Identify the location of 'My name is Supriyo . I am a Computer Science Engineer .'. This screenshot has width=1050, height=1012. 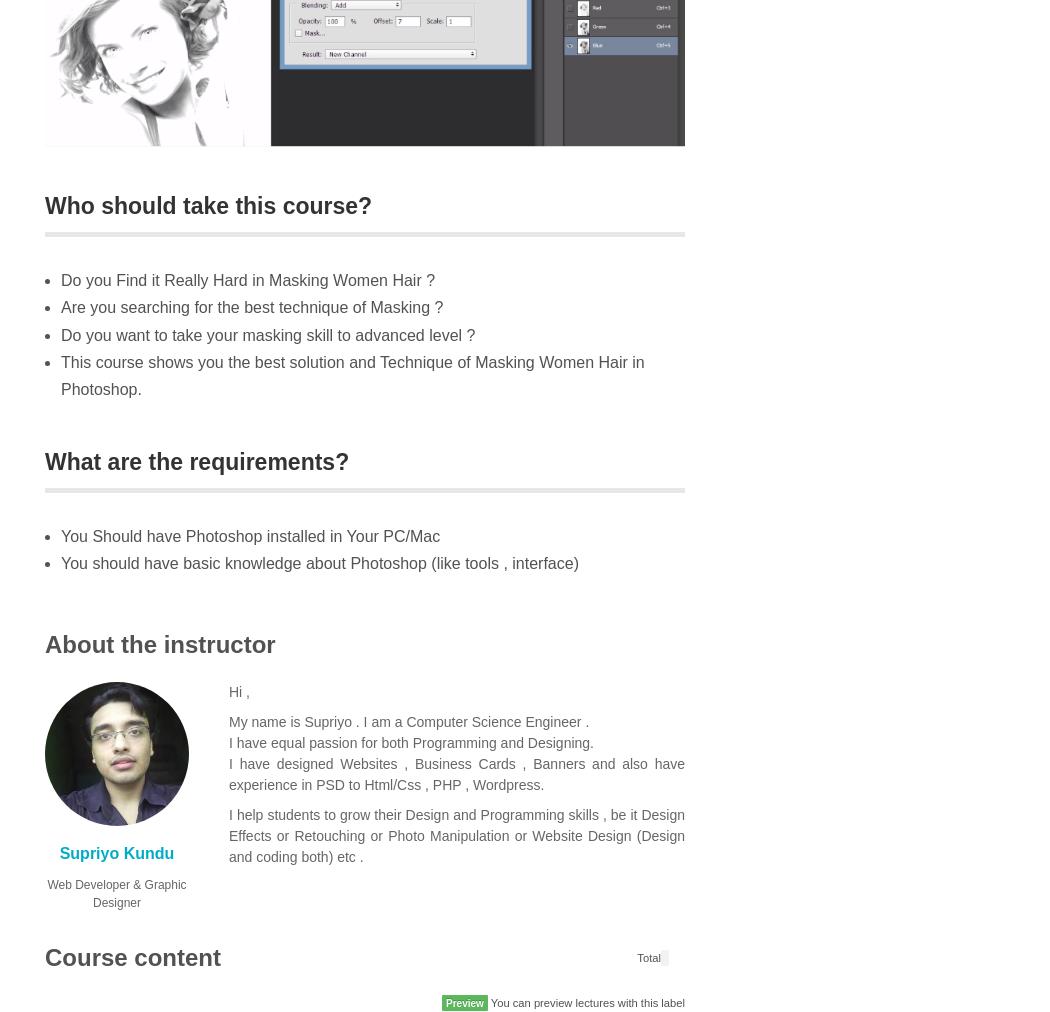
(408, 721).